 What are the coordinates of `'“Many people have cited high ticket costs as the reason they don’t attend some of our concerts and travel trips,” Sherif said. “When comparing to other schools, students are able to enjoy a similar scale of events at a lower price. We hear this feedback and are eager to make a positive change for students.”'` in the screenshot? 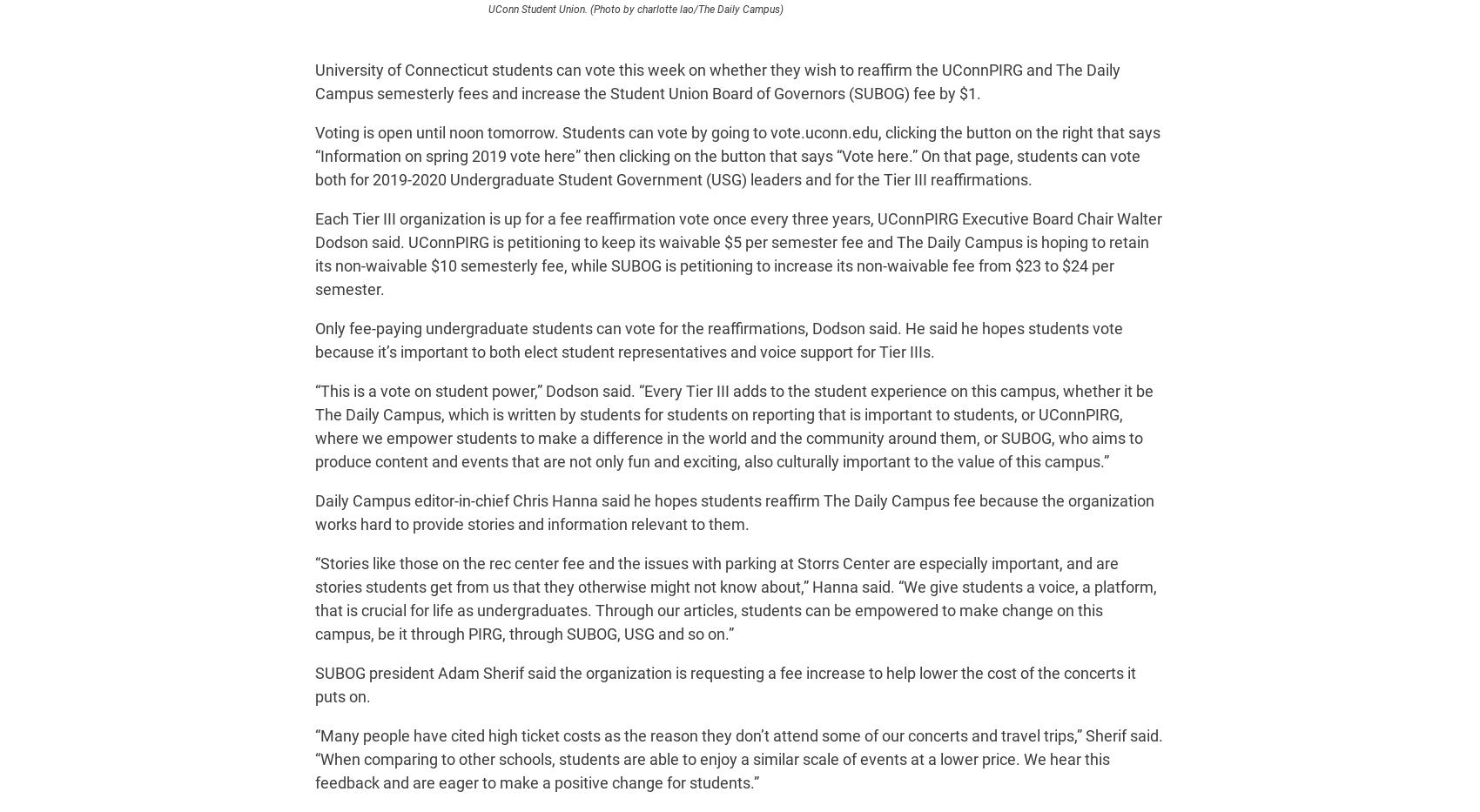 It's located at (737, 758).